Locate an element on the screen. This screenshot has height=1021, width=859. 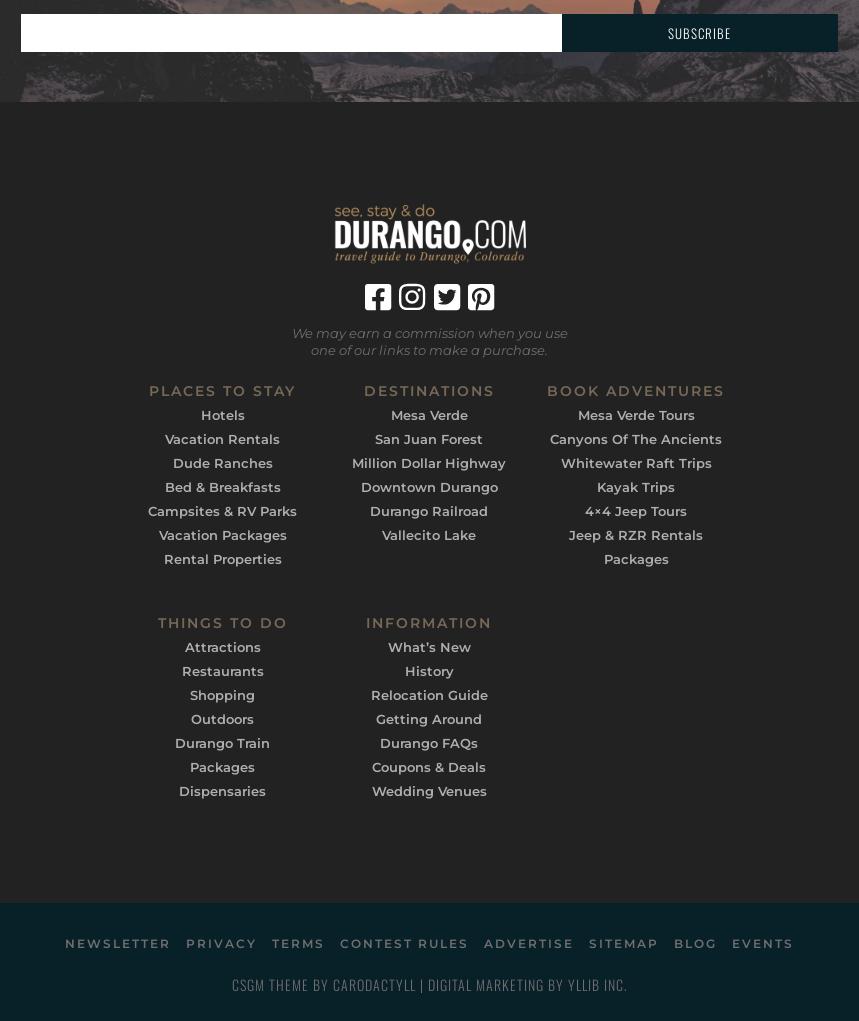
'Rental Properties' is located at coordinates (221, 556).